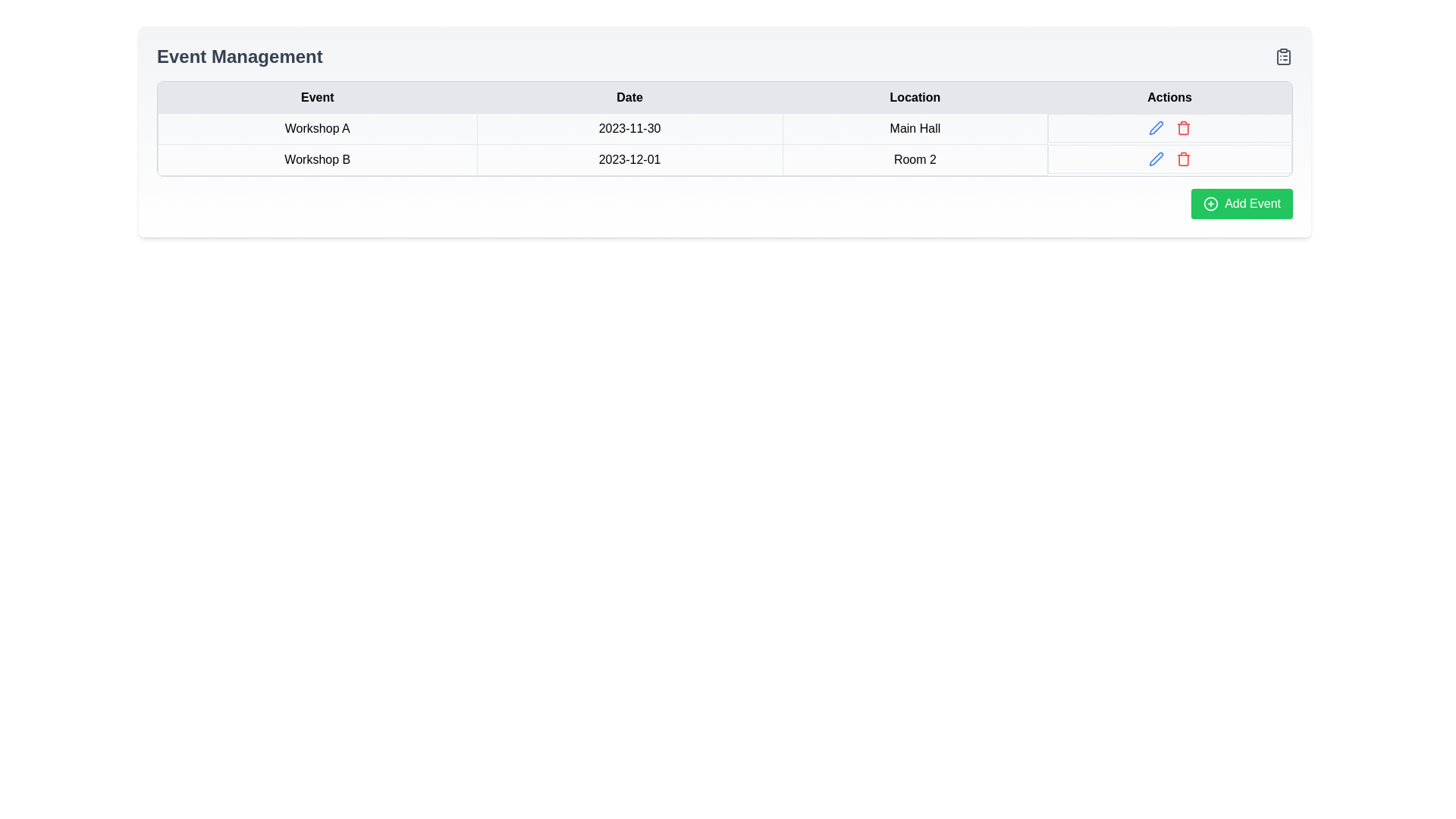 Image resolution: width=1456 pixels, height=819 pixels. Describe the element at coordinates (1155, 127) in the screenshot. I see `the edit icon button located in the 'Actions' column of the second row of the table` at that location.